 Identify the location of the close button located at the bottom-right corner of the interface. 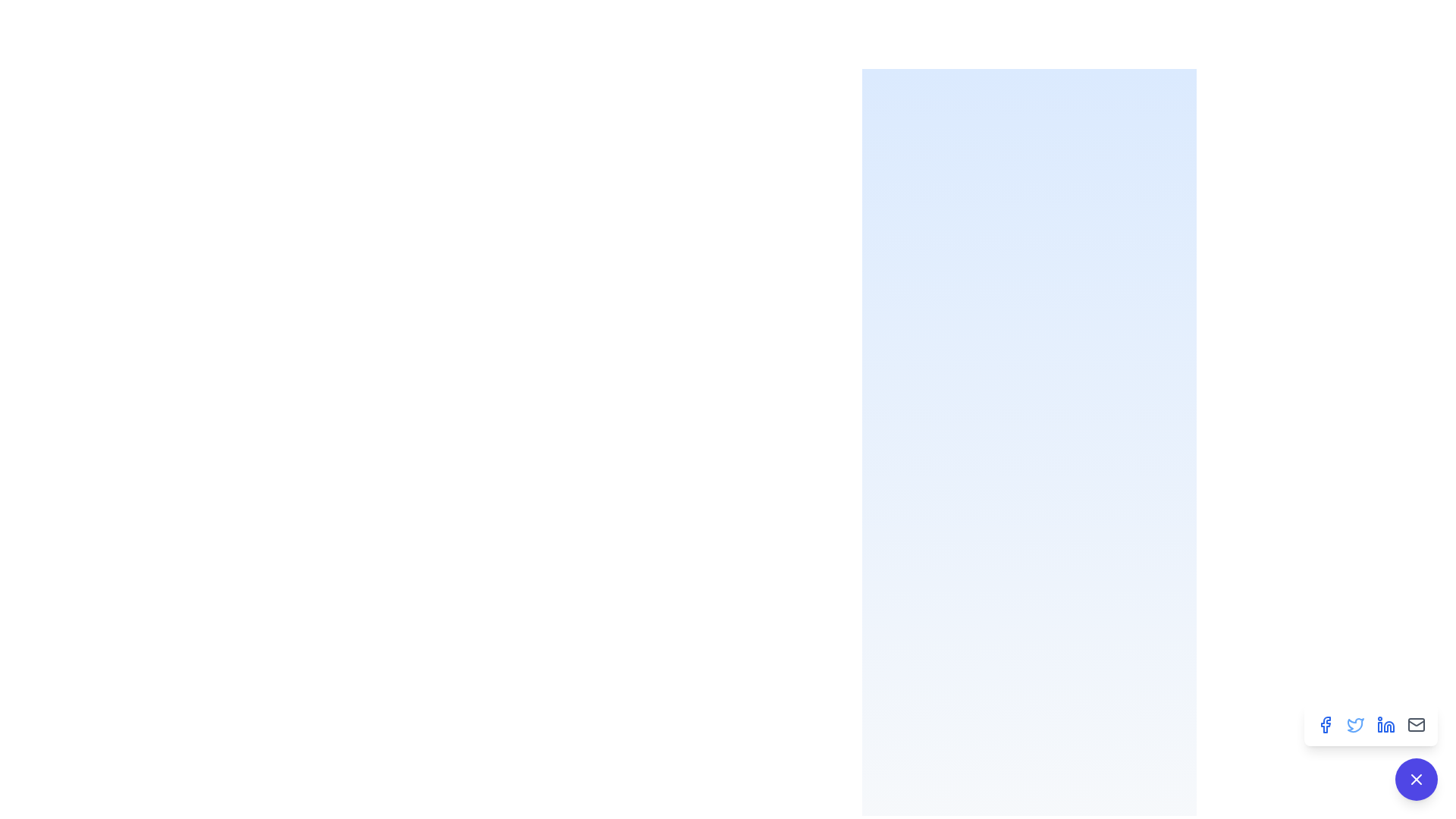
(1415, 780).